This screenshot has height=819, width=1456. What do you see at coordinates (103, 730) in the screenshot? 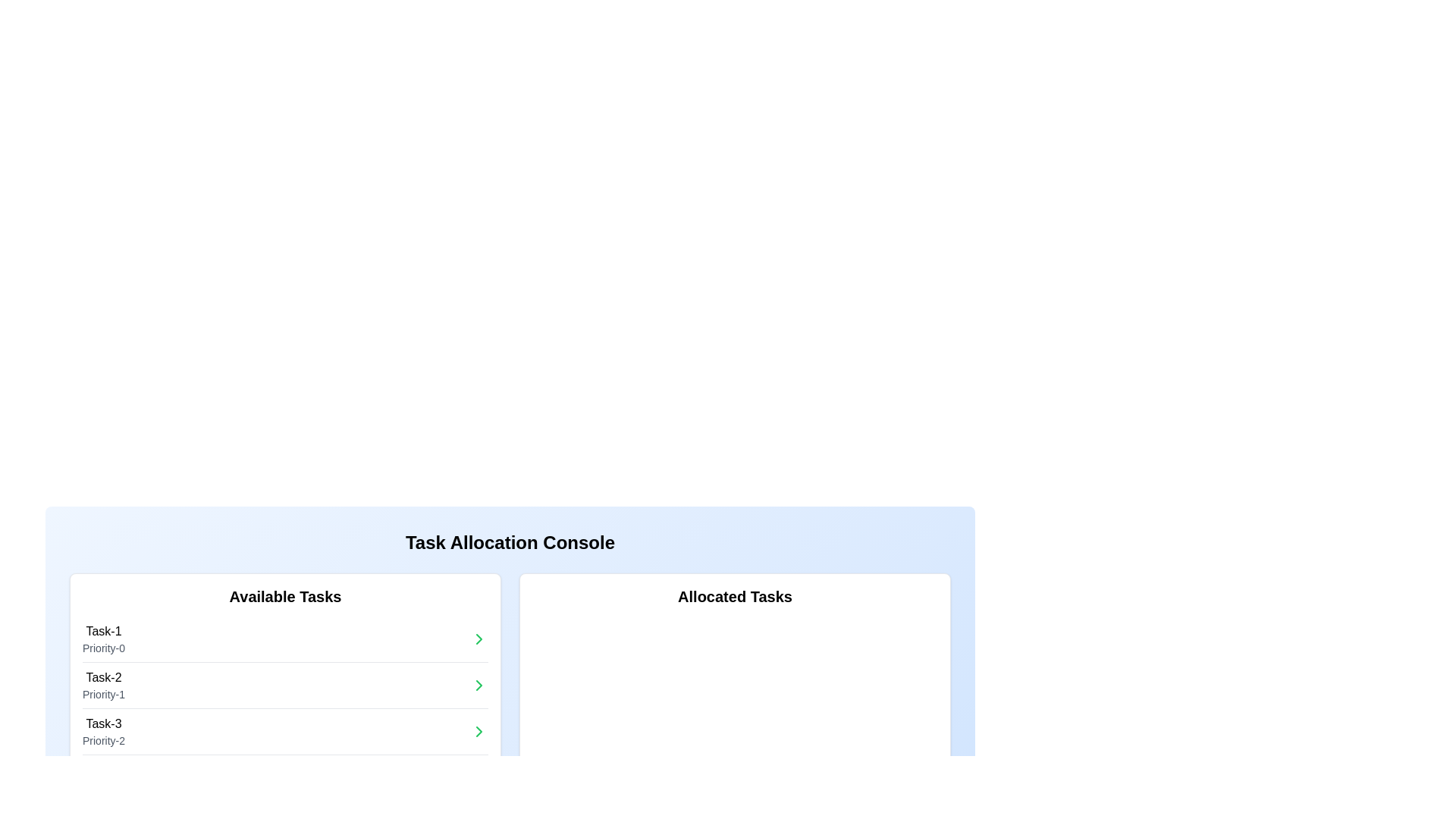
I see `displayed text of the Text label showing 'Task-3' with 'Priority-2' located at the bottom of the 'Available Tasks' section` at bounding box center [103, 730].